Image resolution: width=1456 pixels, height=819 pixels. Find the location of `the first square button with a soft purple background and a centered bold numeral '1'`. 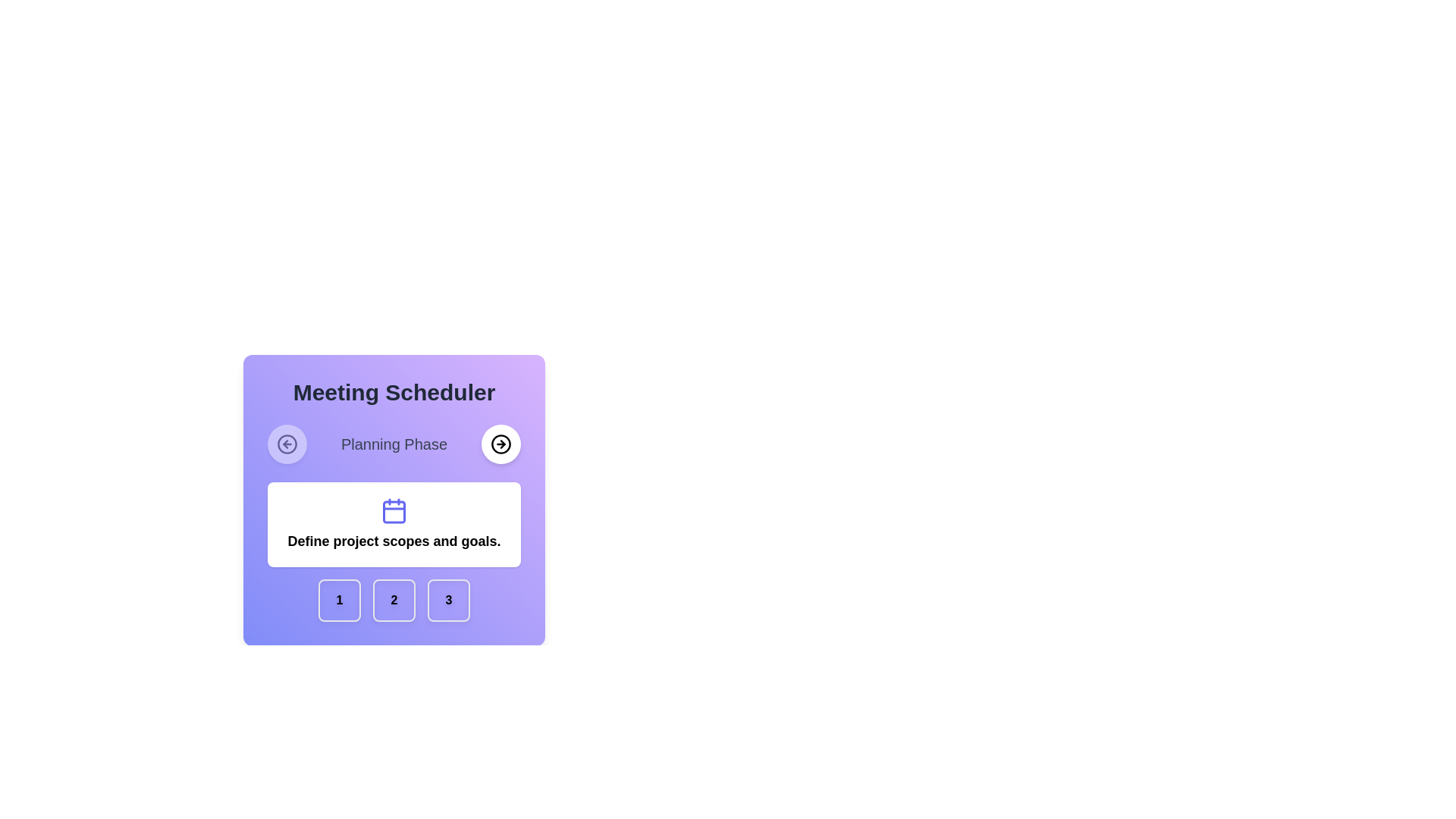

the first square button with a soft purple background and a centered bold numeral '1' is located at coordinates (338, 599).